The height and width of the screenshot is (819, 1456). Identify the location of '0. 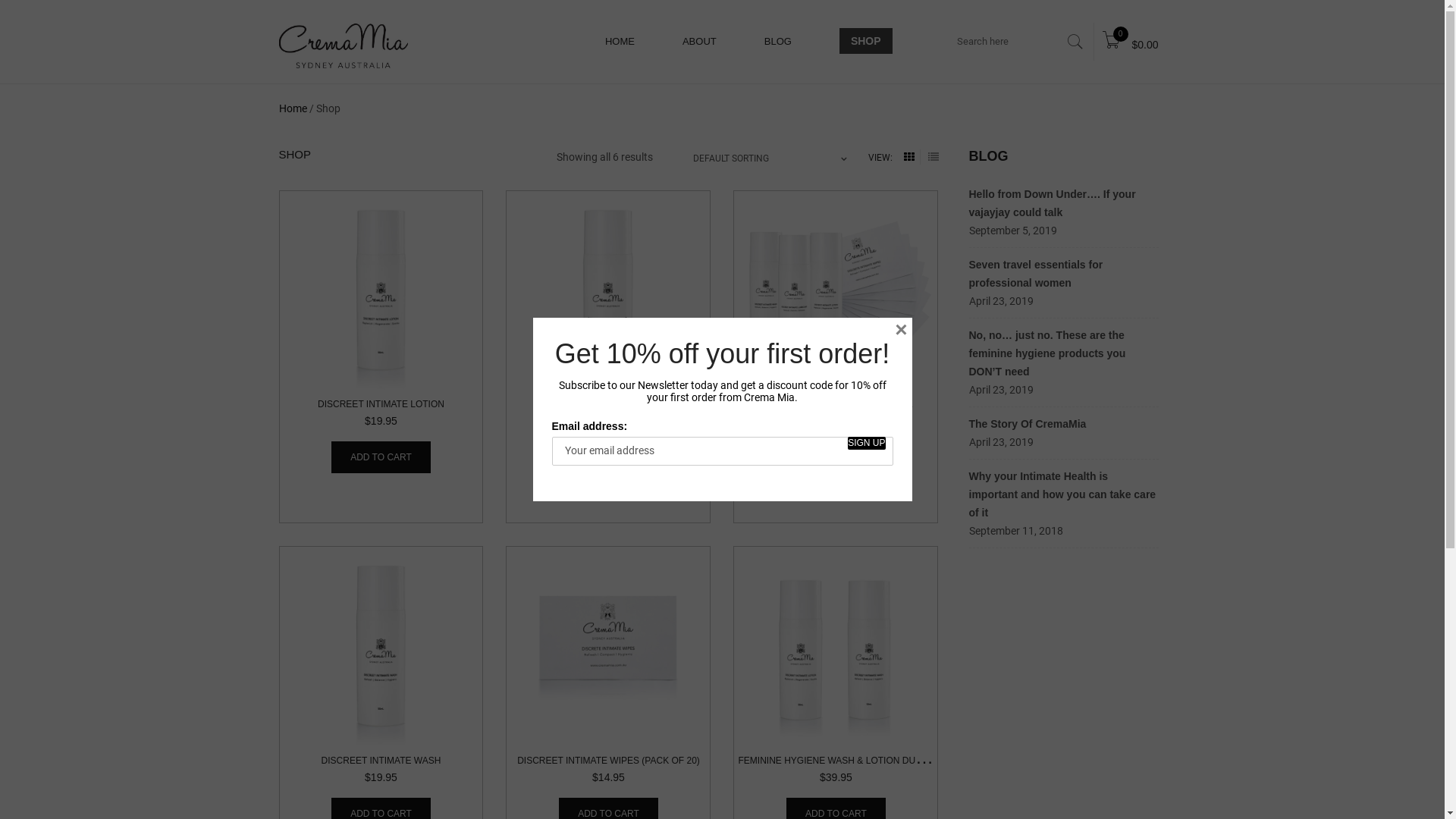
(1130, 41).